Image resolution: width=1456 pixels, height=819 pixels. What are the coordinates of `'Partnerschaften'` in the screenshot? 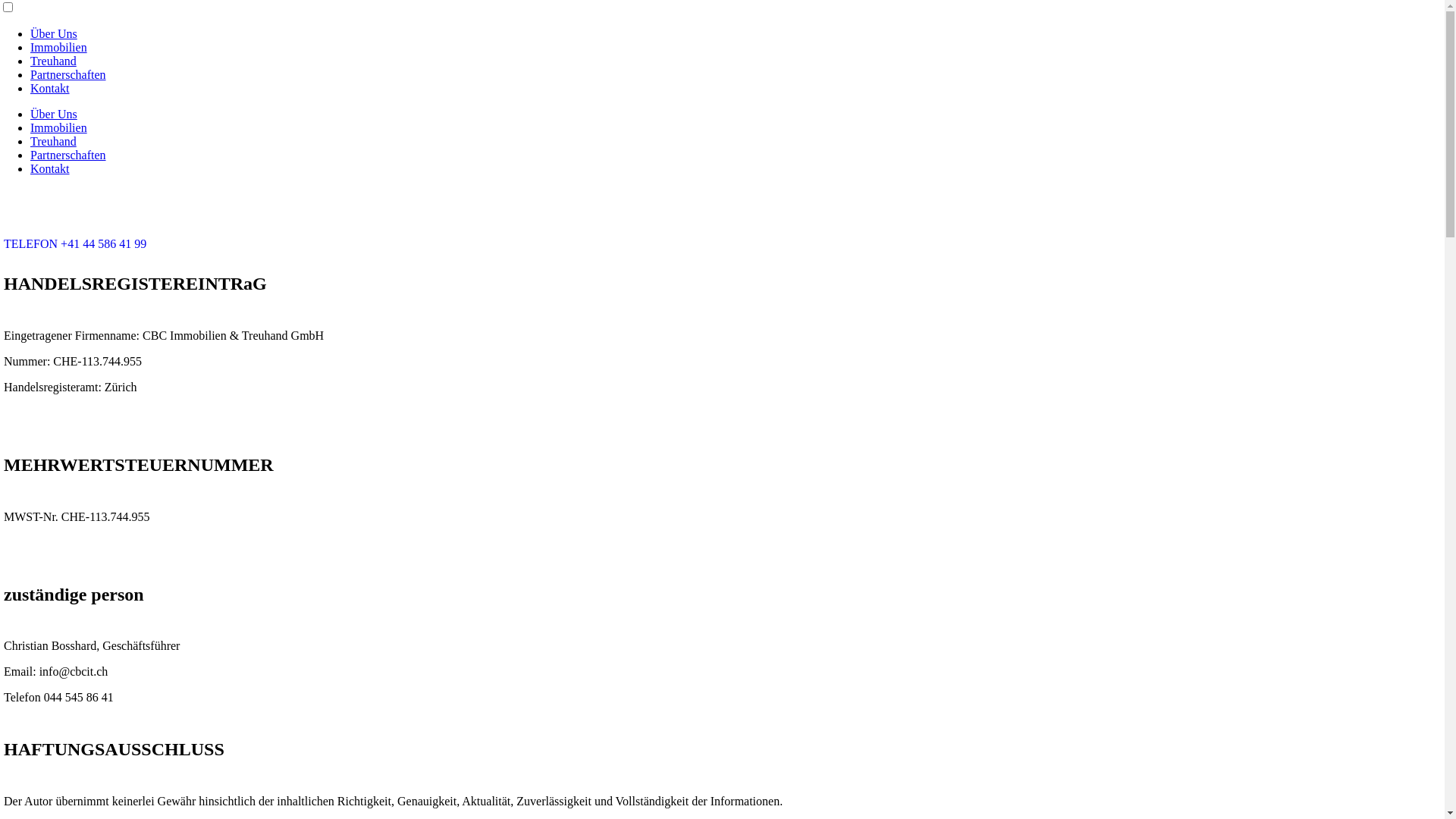 It's located at (67, 74).